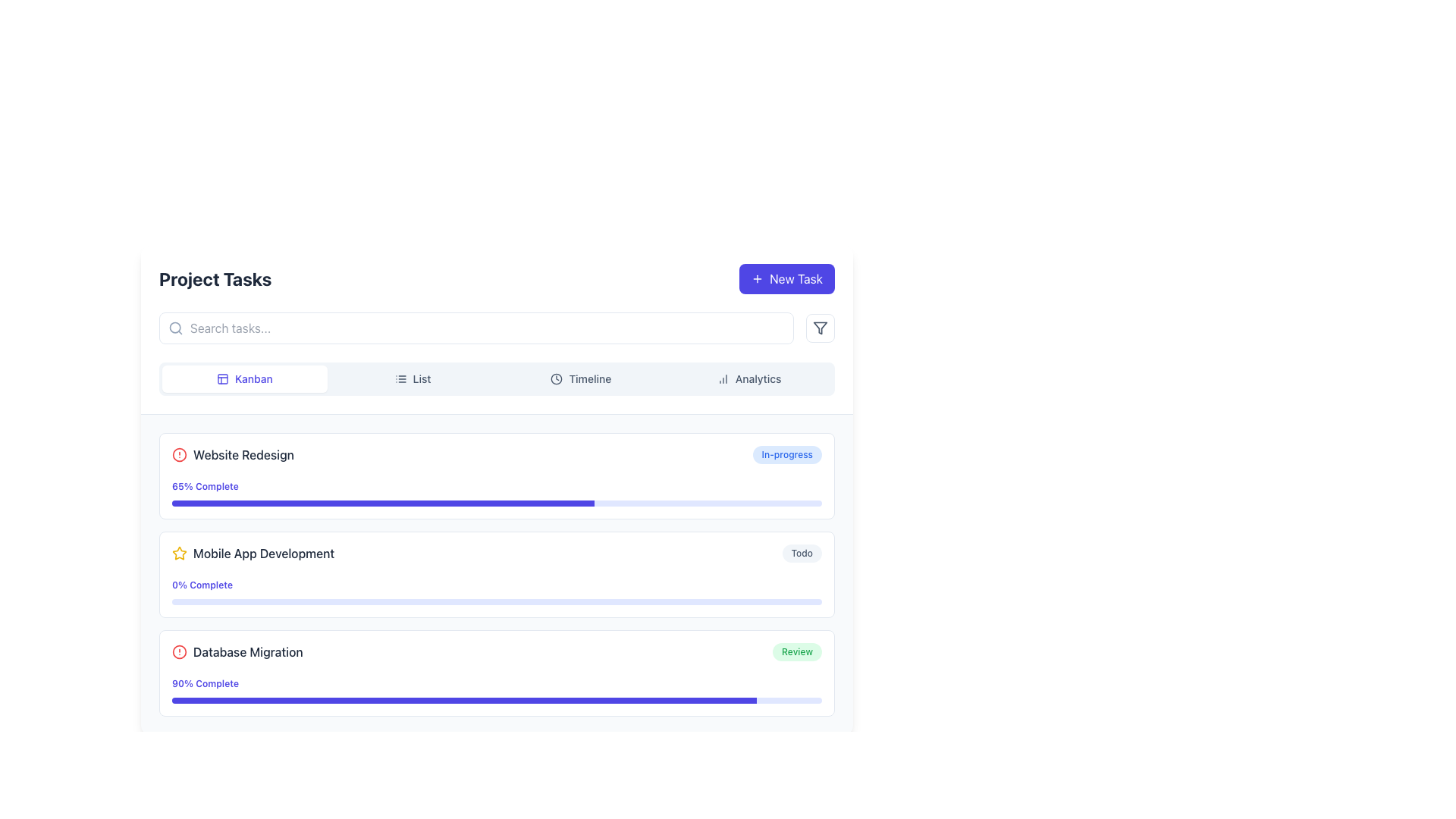  I want to click on the star icon located to the left of the text 'Mobile App Development' to possibly reveal additional information, so click(179, 553).